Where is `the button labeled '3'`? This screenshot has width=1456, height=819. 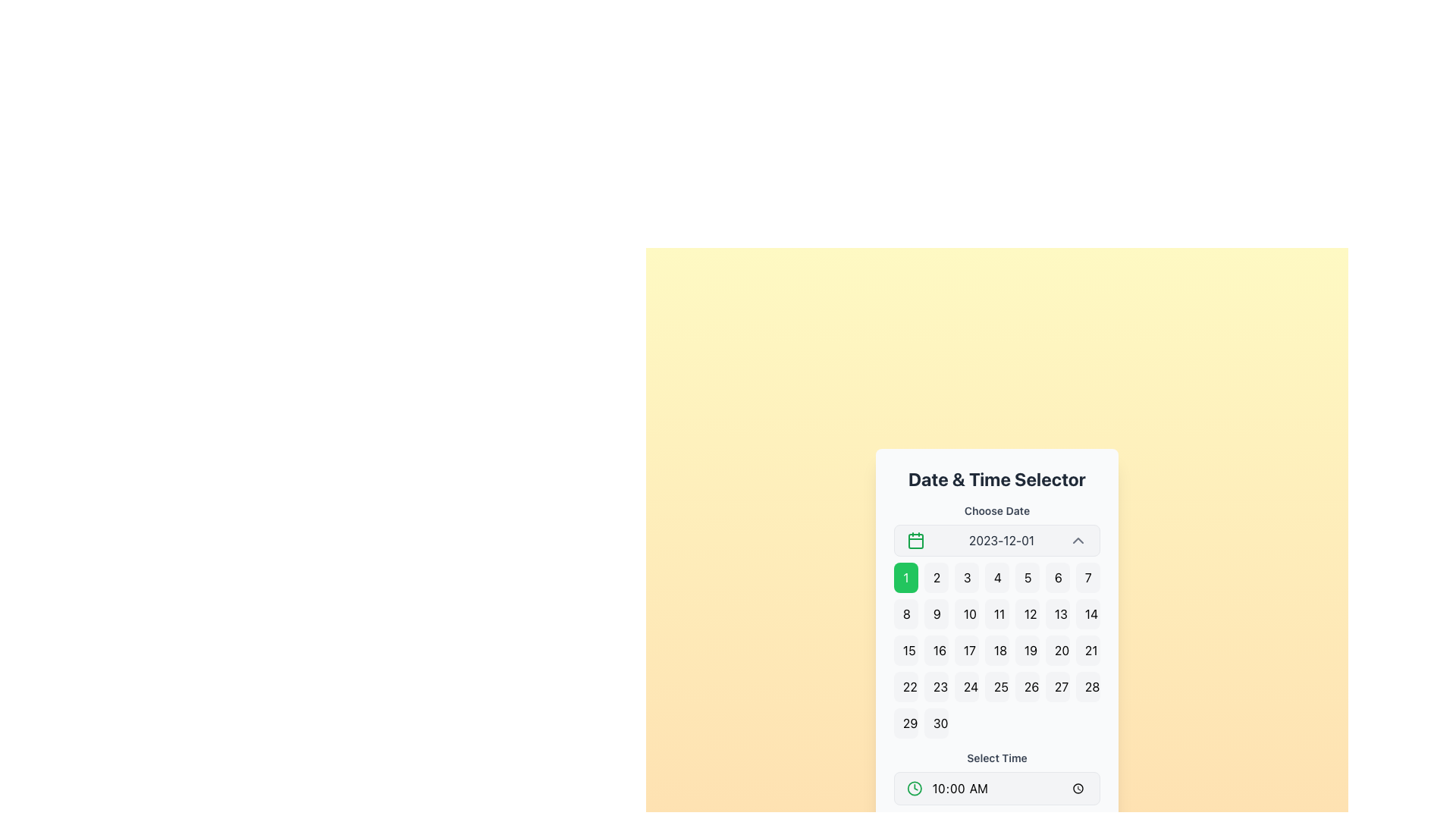 the button labeled '3' is located at coordinates (966, 578).